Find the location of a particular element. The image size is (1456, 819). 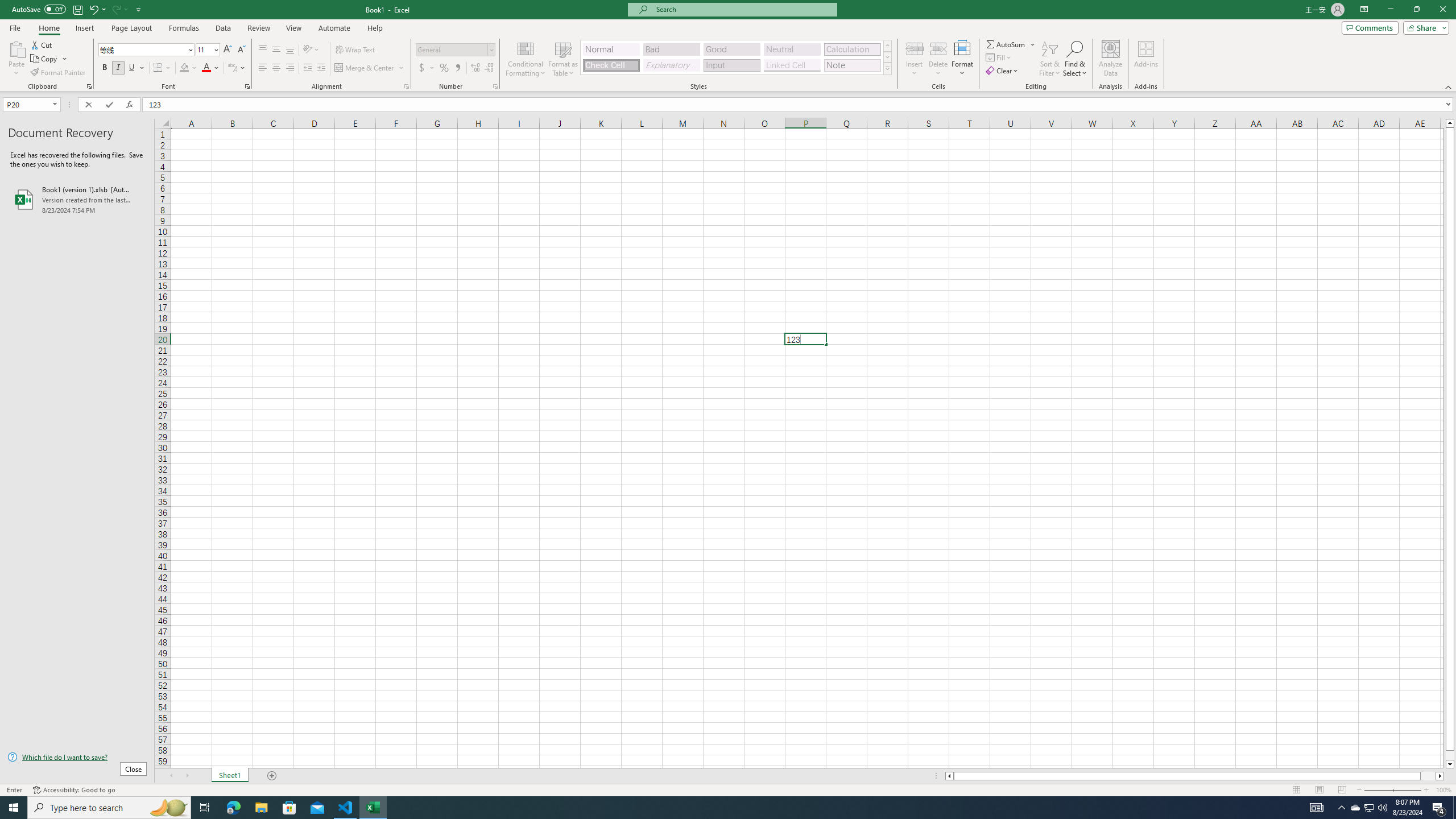

'Align Left' is located at coordinates (262, 67).